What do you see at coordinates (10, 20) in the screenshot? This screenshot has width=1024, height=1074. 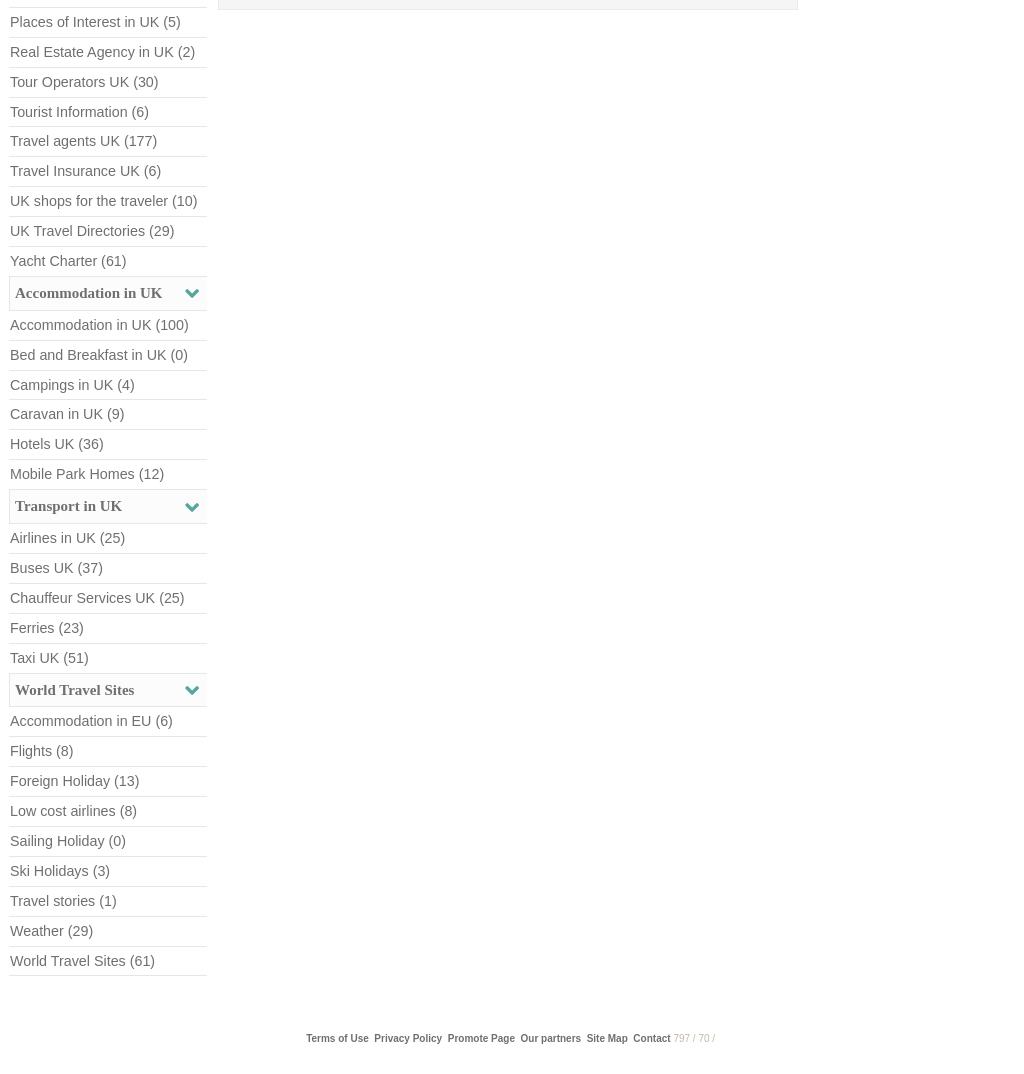 I see `'Places of Interest in UK (5)'` at bounding box center [10, 20].